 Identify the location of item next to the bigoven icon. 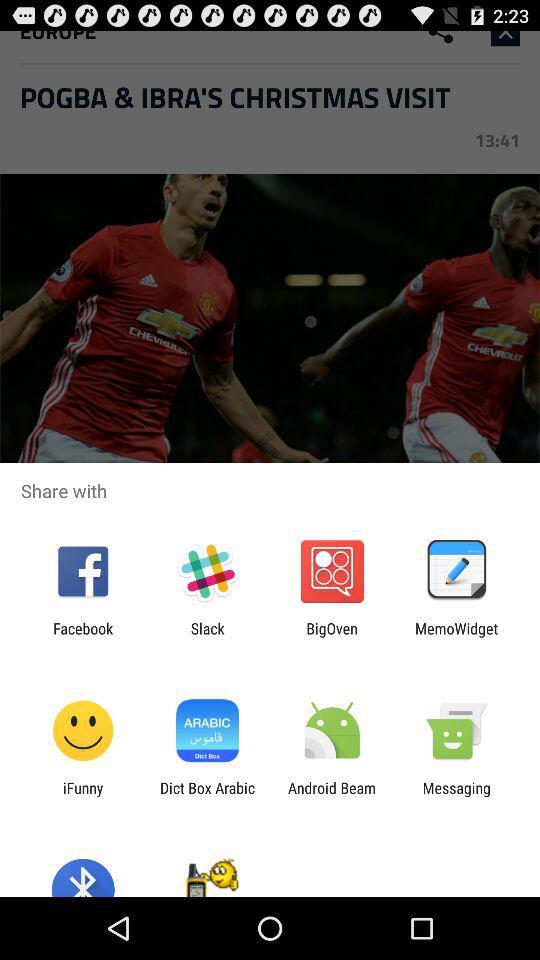
(456, 636).